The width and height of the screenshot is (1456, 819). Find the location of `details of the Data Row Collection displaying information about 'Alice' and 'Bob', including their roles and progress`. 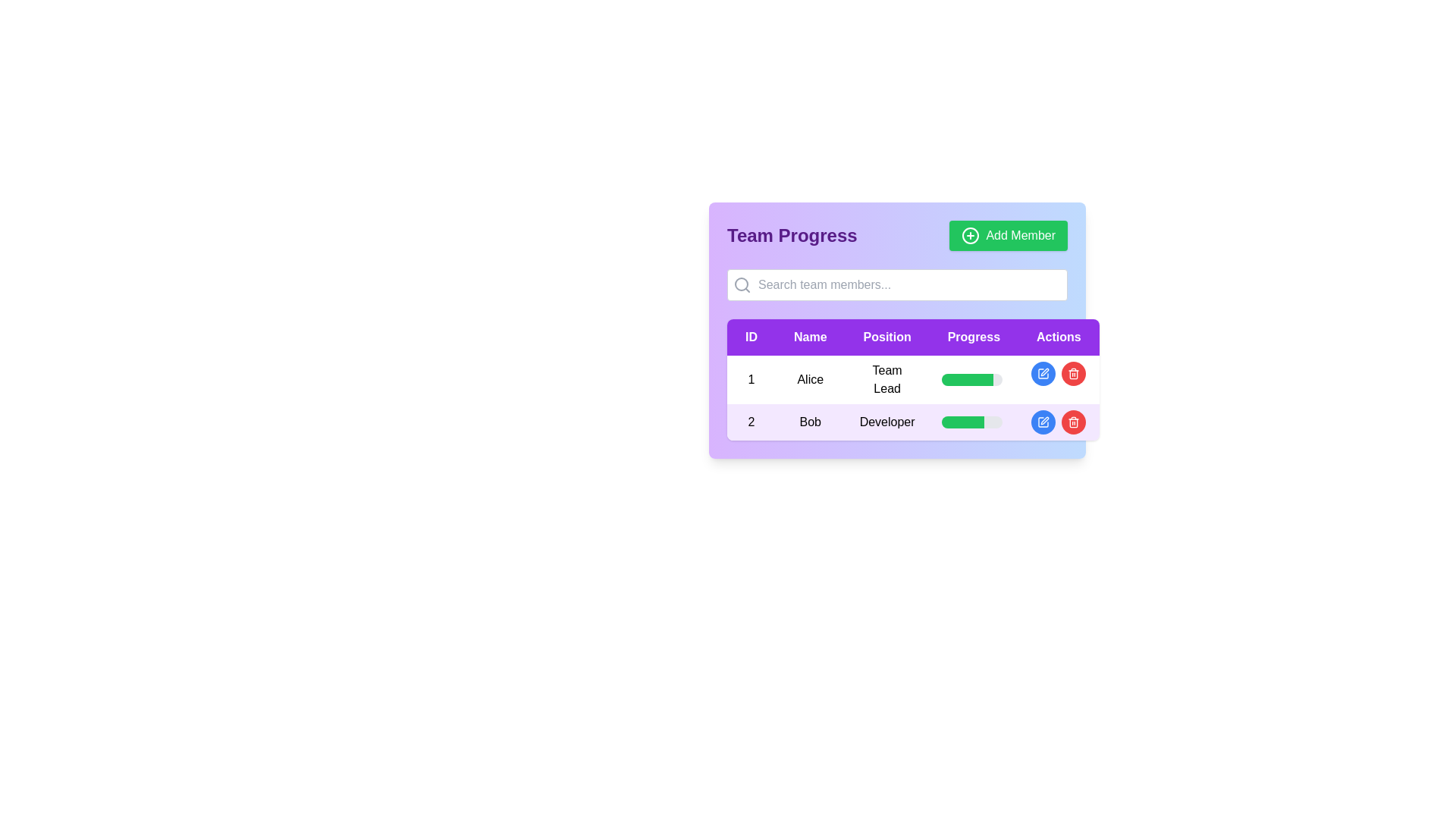

details of the Data Row Collection displaying information about 'Alice' and 'Bob', including their roles and progress is located at coordinates (912, 397).